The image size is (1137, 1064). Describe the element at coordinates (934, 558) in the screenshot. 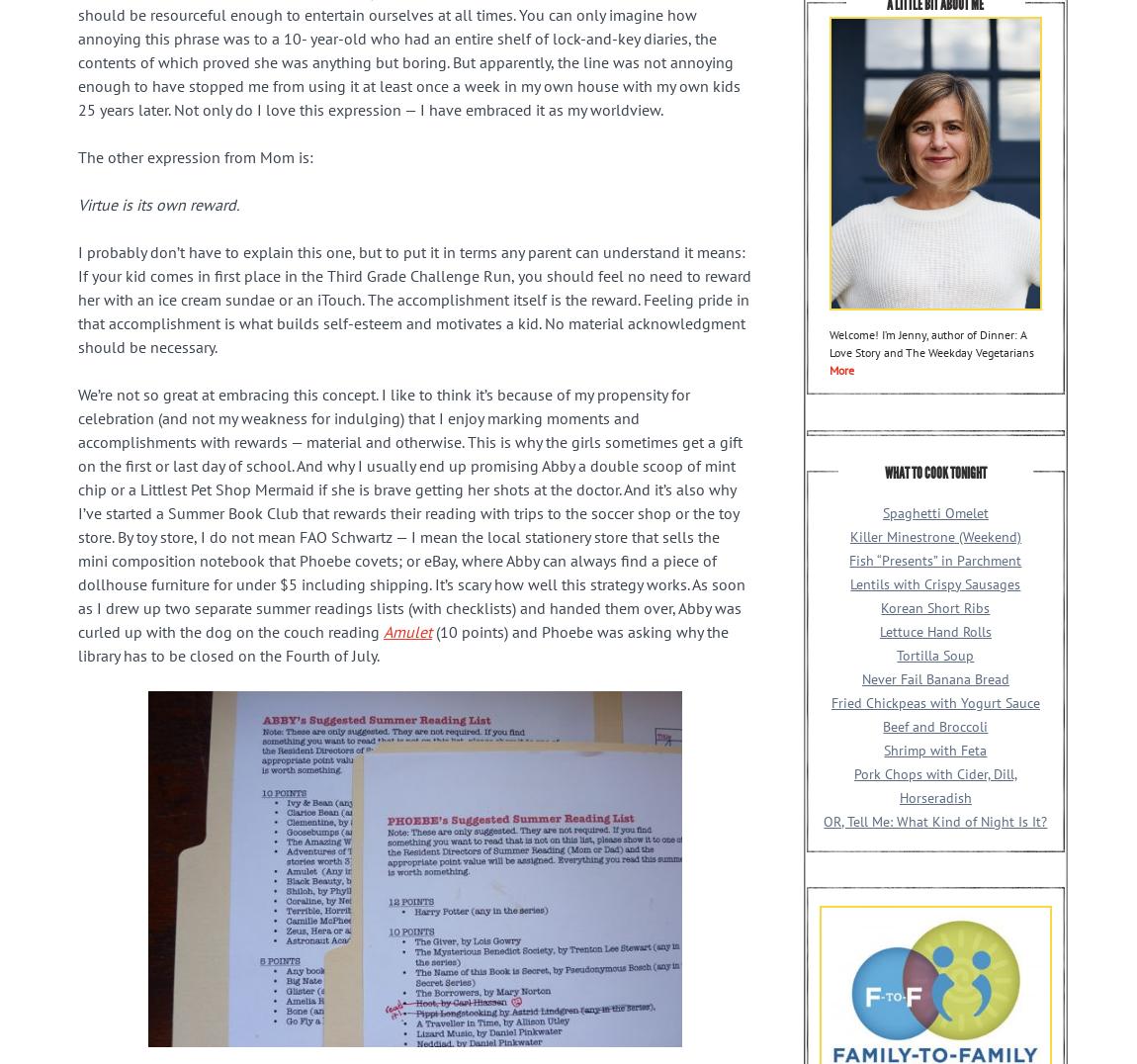

I see `'Fish “Presents” in Parchment'` at that location.